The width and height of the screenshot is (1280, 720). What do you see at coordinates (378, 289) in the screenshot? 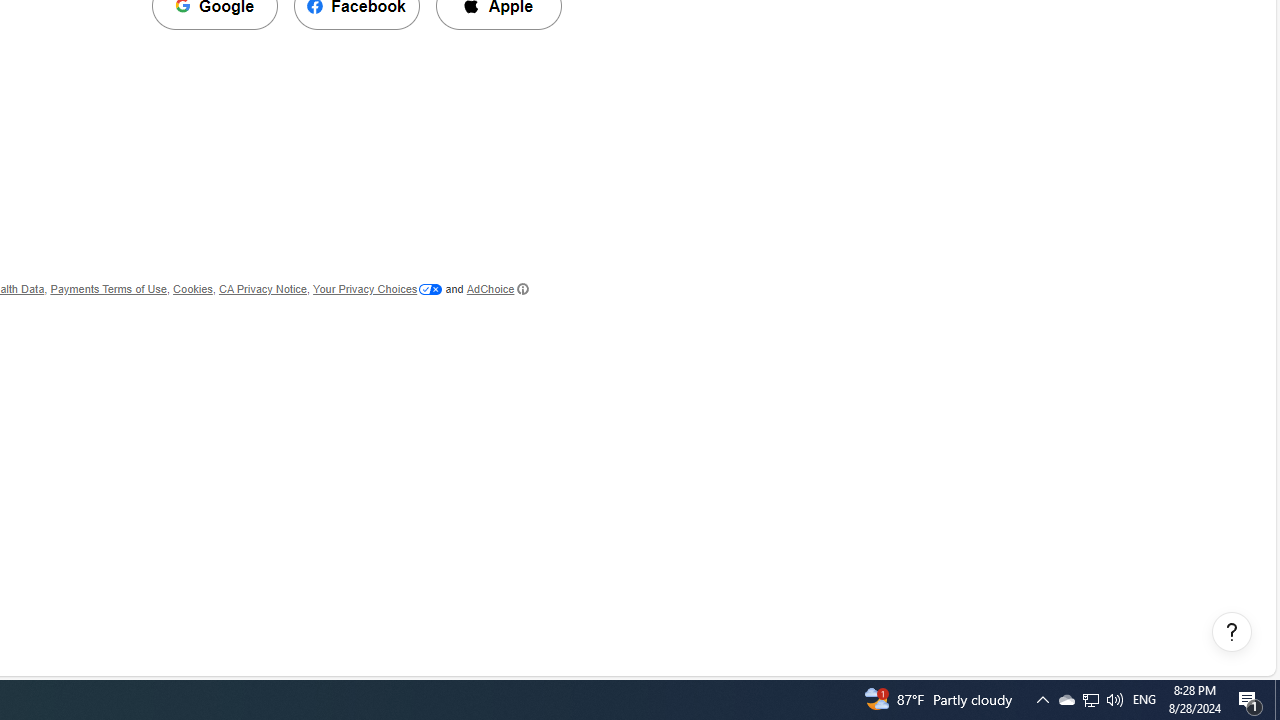
I see `'Your Privacy Choices'` at bounding box center [378, 289].